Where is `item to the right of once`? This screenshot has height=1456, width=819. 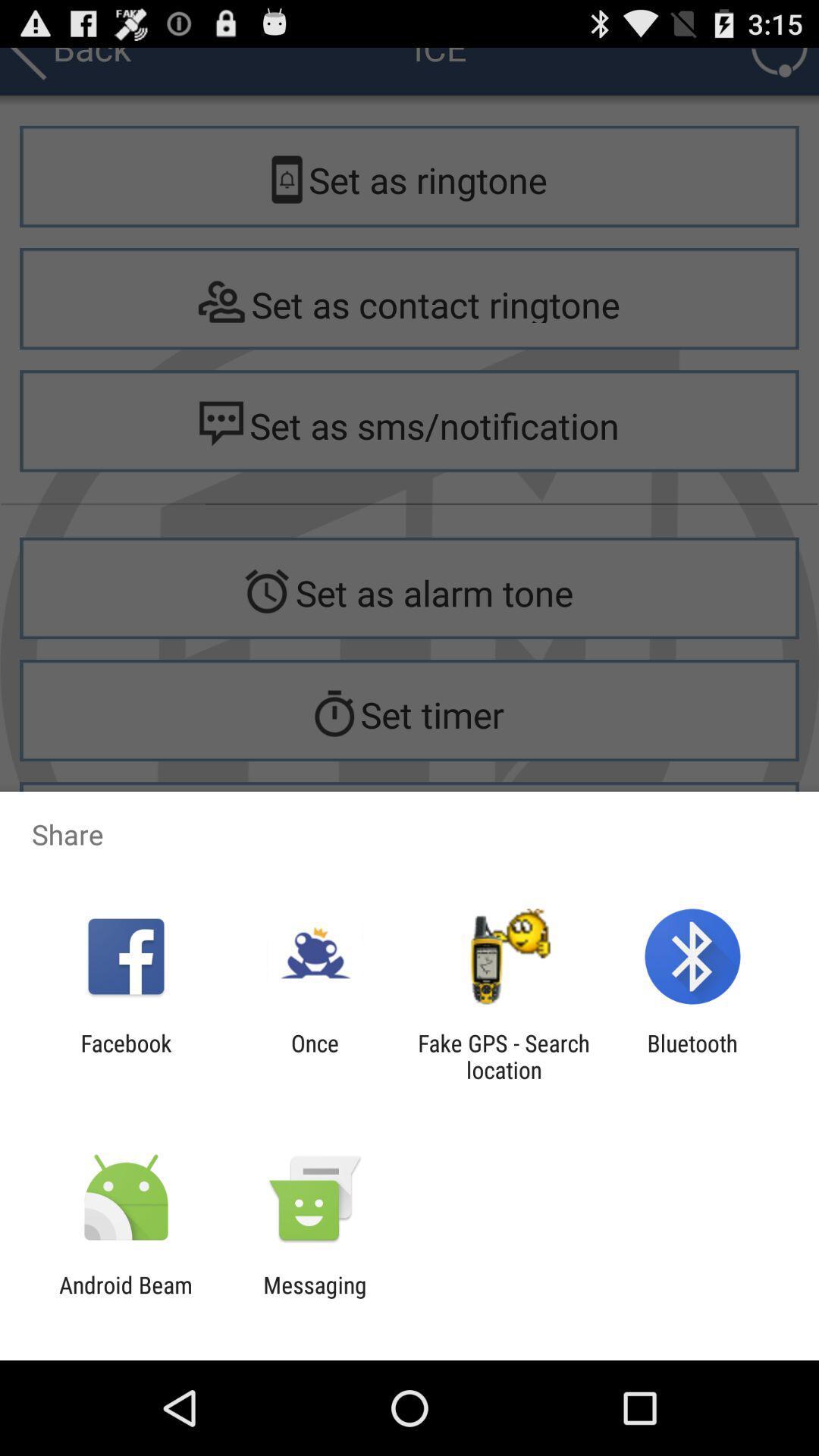 item to the right of once is located at coordinates (504, 1056).